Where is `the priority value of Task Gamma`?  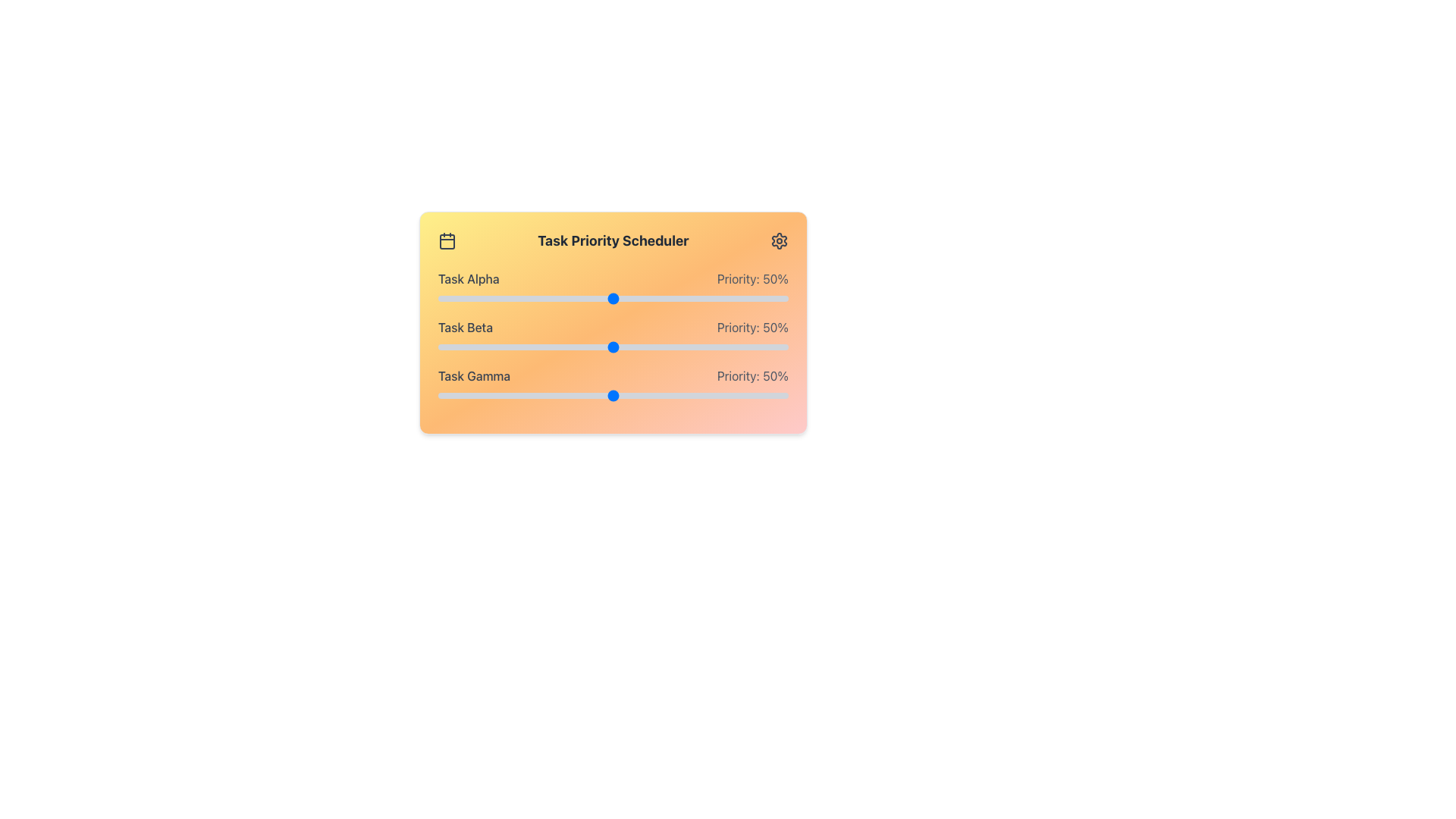
the priority value of Task Gamma is located at coordinates (706, 375).